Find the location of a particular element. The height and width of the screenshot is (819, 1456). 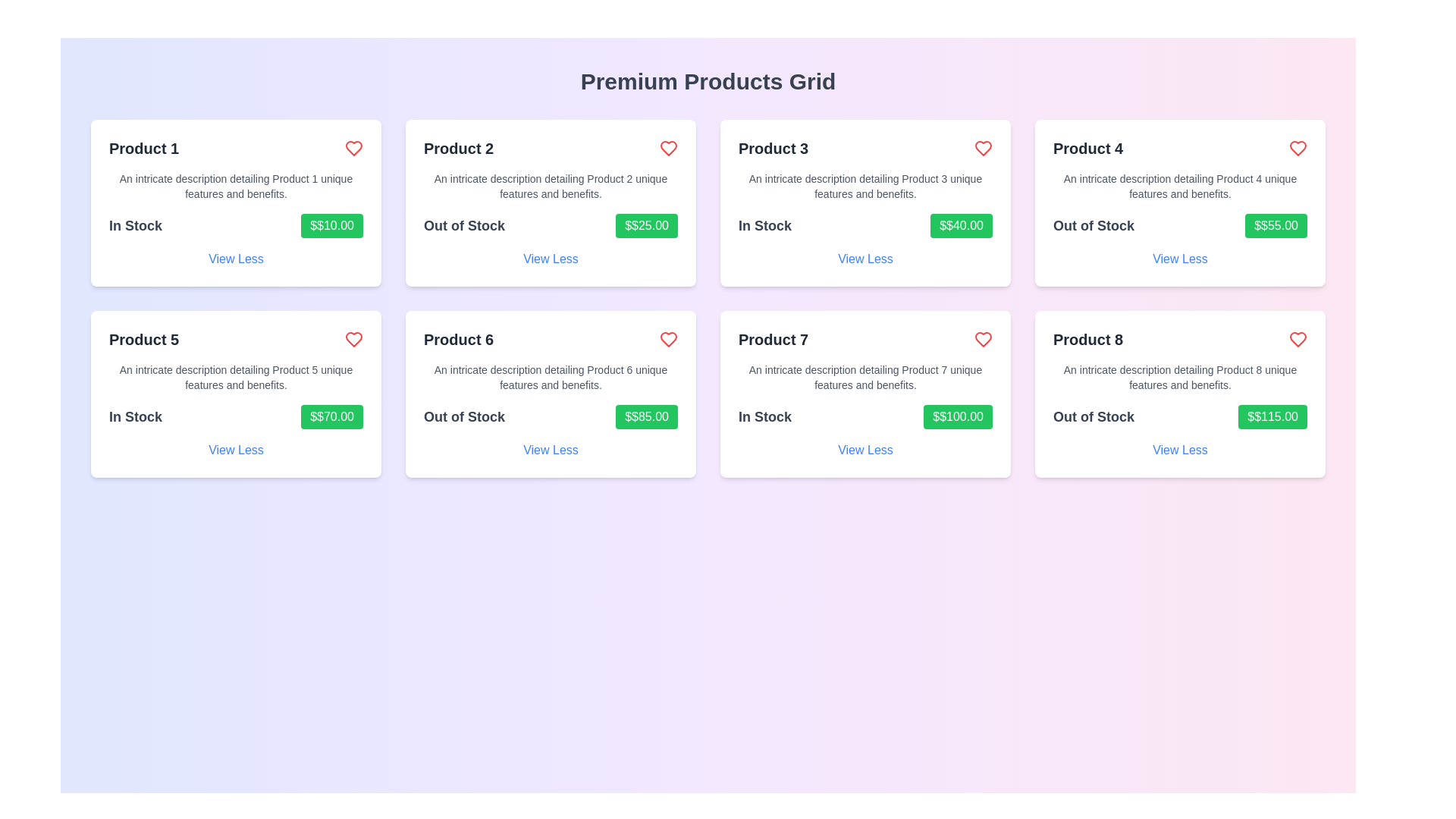

the hyperlink at the bottom of the product information card for 'Product 2' is located at coordinates (550, 259).